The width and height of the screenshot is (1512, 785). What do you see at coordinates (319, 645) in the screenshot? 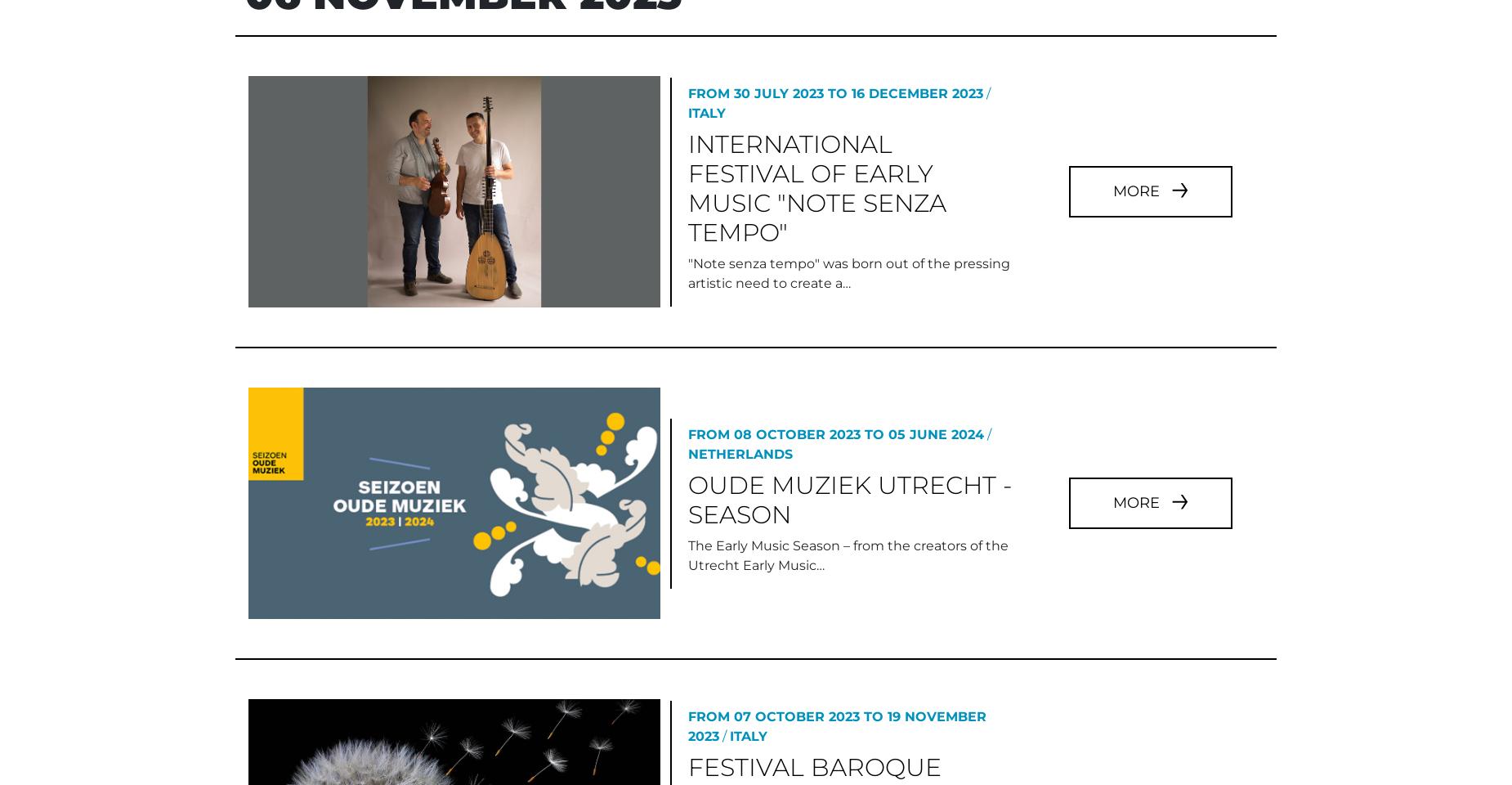
I see `'We use cookies to personalise content and ads, to provide social media features and to analyse our traffic. We also share information about your use of our site with our social media, advertising and analytics partners who may combine it with other information that you’ve provided to them or that they’ve collected from your use of their services.'` at bounding box center [319, 645].